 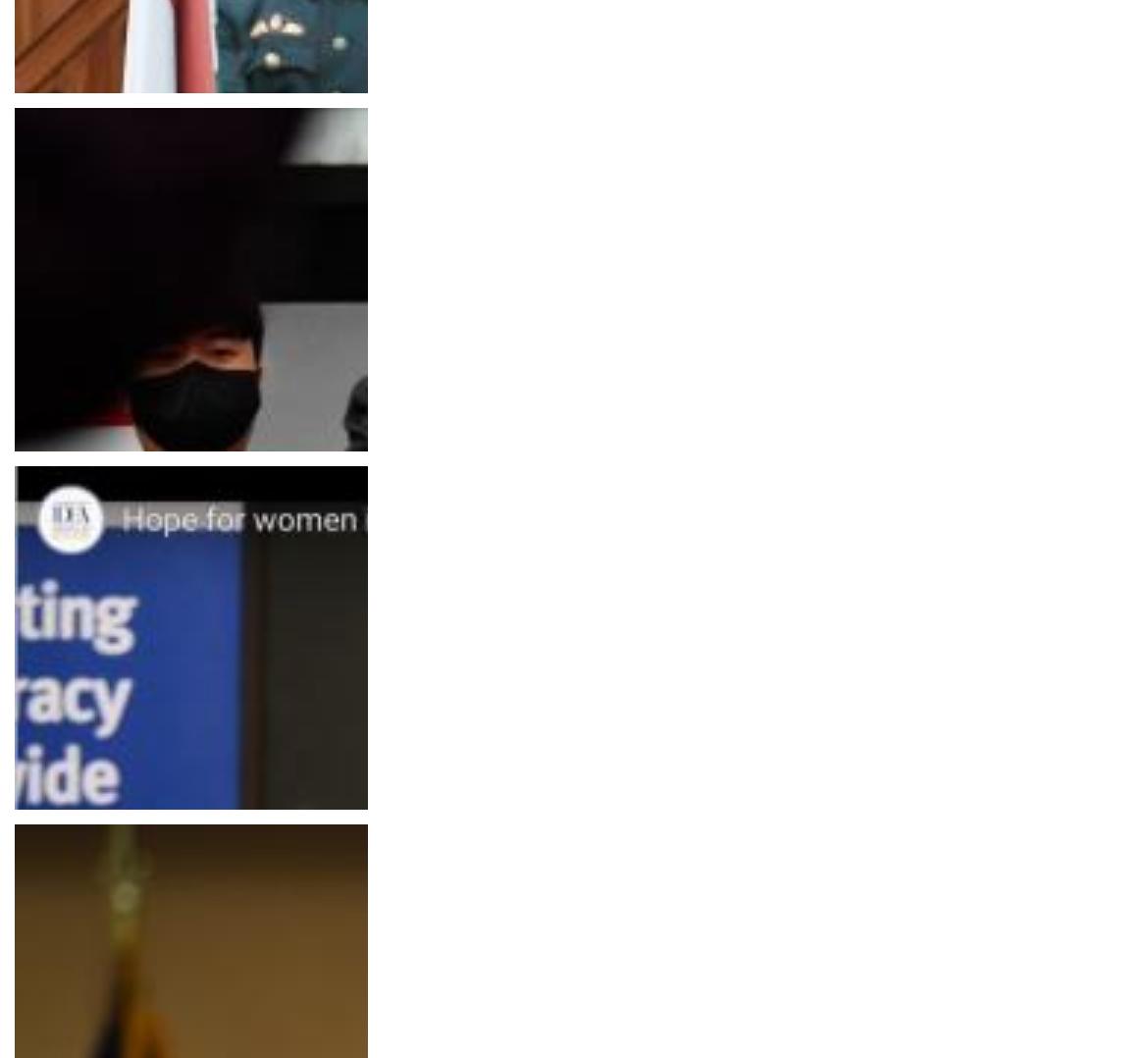 I want to click on 'Editorial / Opinion Piece / Blog Post', so click(x=141, y=112).